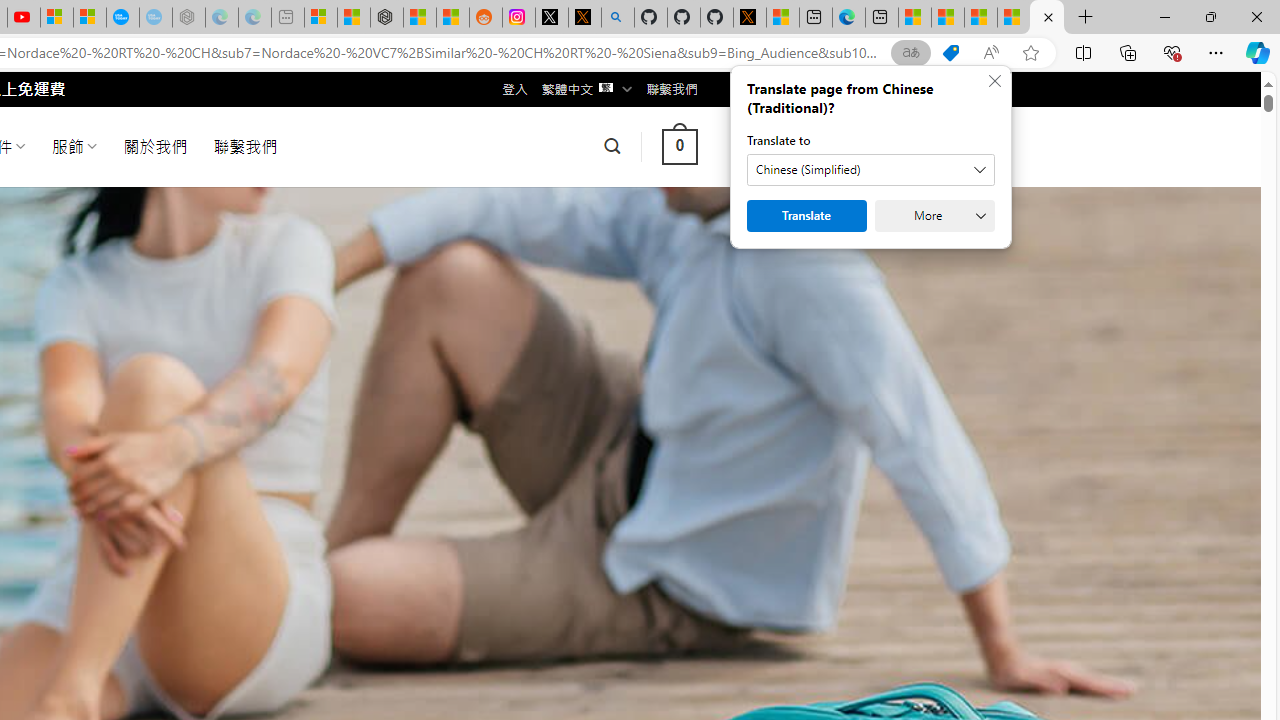 The height and width of the screenshot is (720, 1280). What do you see at coordinates (1014, 17) in the screenshot?
I see `'Microsoft Start'` at bounding box center [1014, 17].